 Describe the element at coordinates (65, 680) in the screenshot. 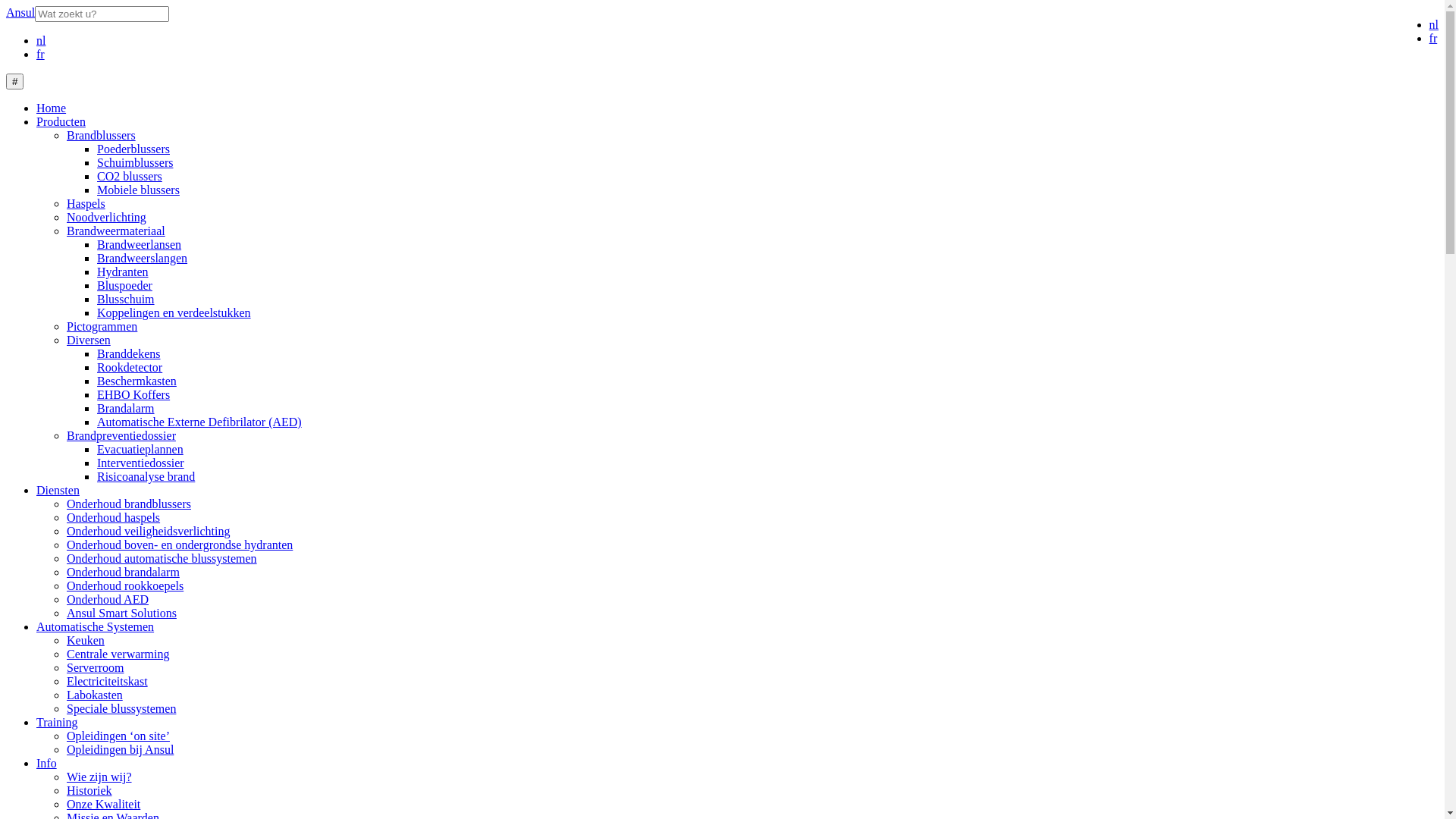

I see `'Electriciteitskast'` at that location.